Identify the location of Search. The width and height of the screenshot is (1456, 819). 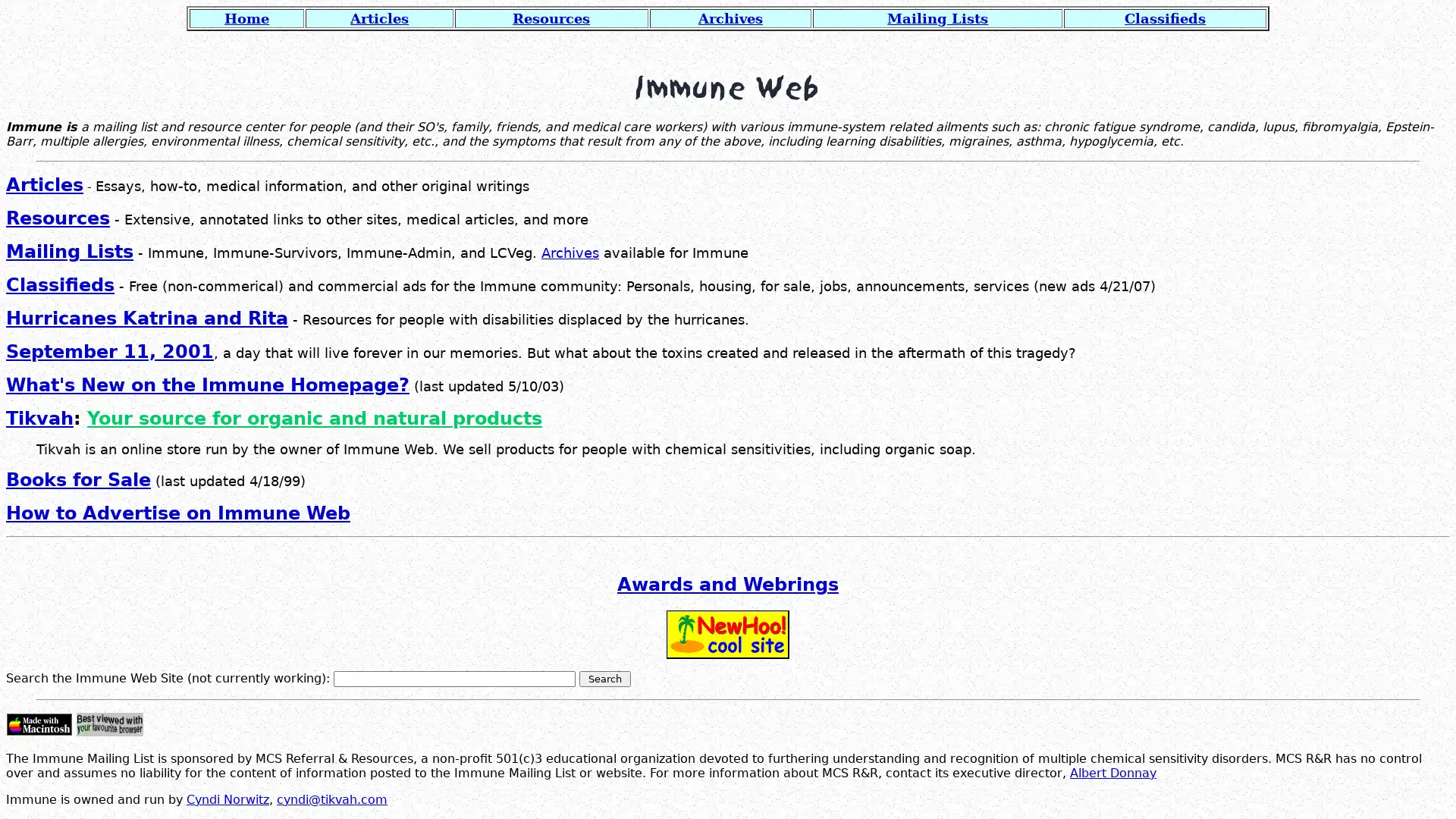
(604, 677).